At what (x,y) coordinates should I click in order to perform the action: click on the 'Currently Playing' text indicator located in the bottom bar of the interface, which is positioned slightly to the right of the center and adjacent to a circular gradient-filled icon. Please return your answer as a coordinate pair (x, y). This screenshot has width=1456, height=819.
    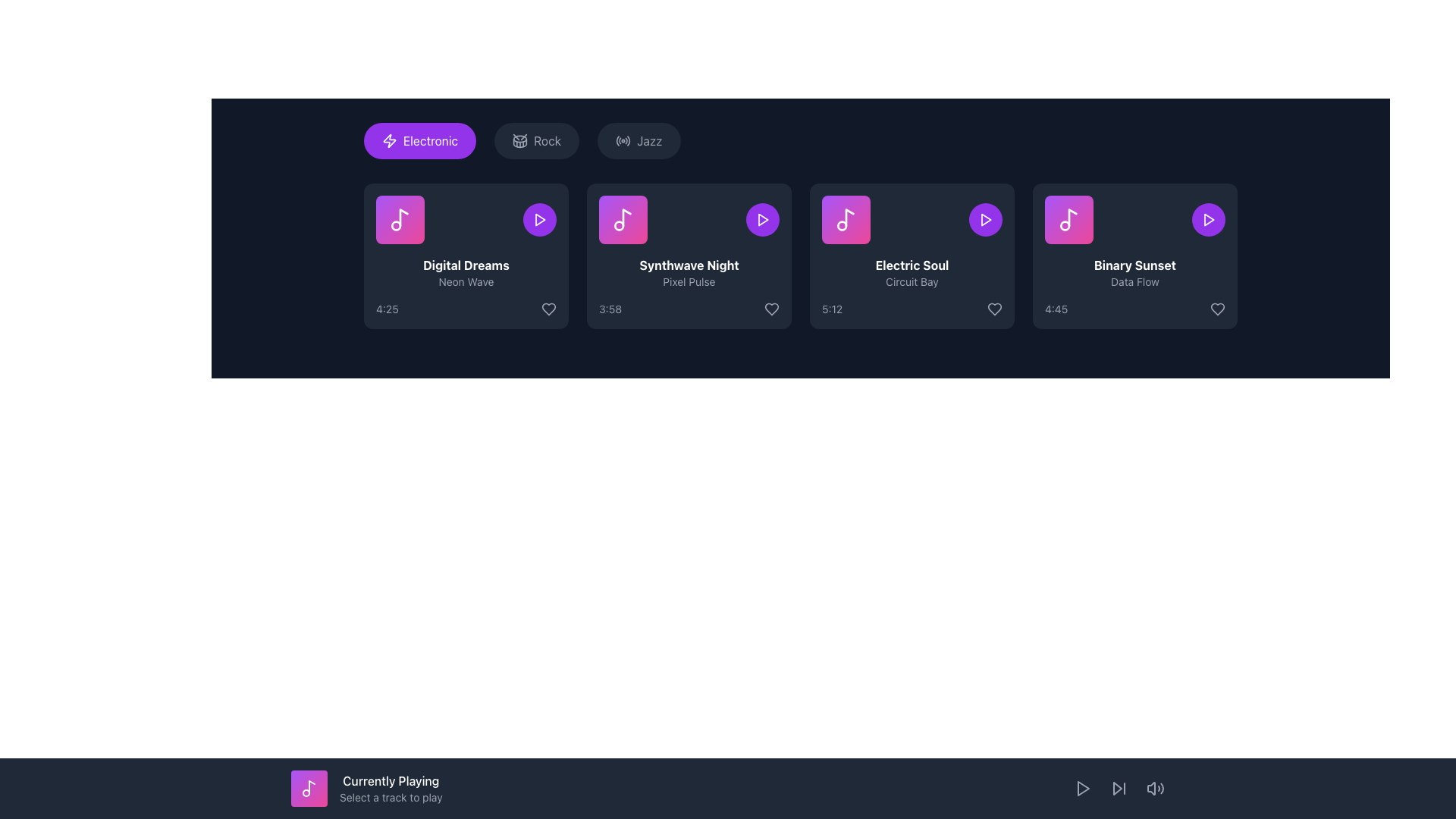
    Looking at the image, I should click on (391, 788).